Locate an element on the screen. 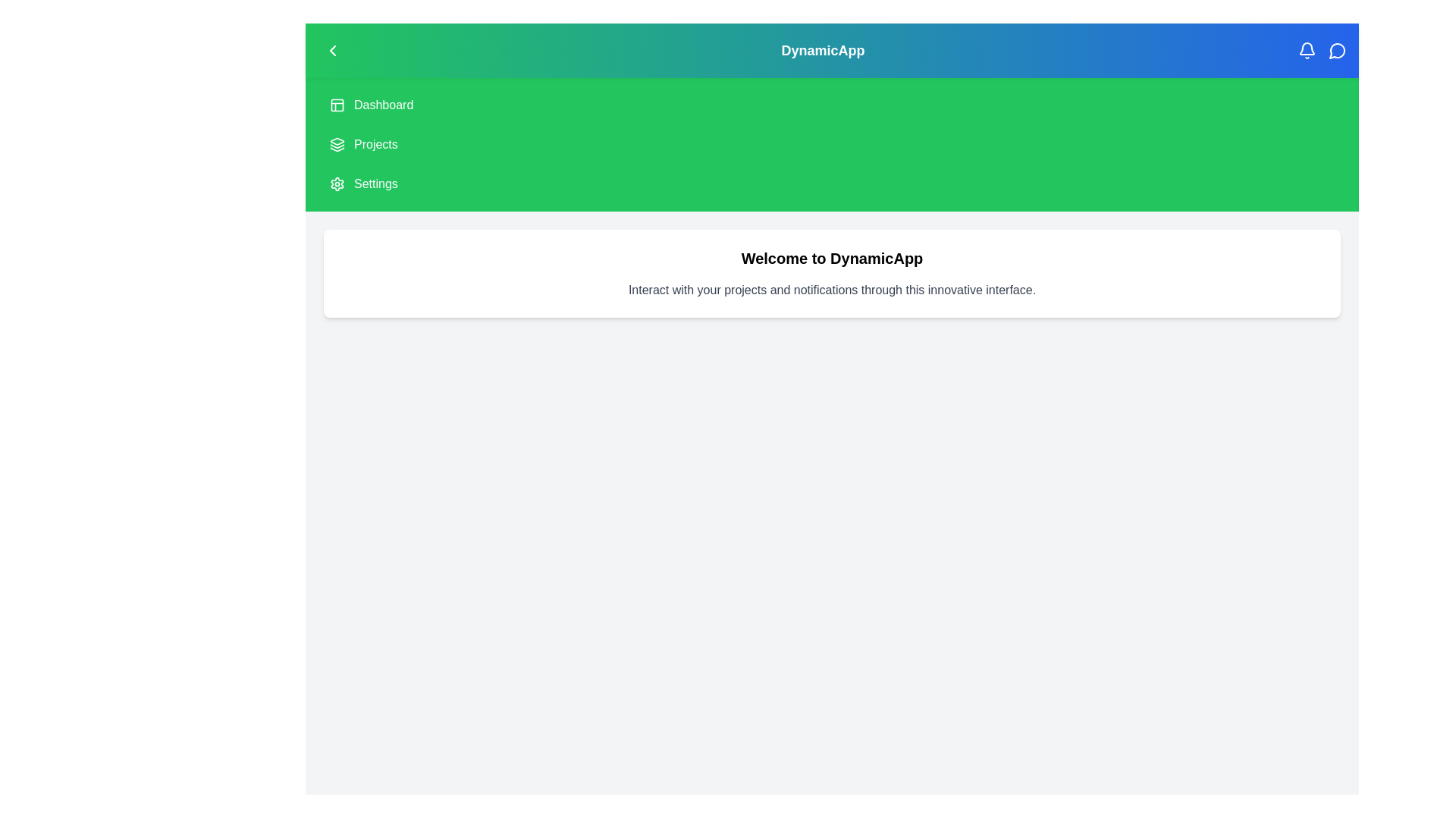 The image size is (1456, 819). the notification icon in the top-right corner is located at coordinates (1306, 49).